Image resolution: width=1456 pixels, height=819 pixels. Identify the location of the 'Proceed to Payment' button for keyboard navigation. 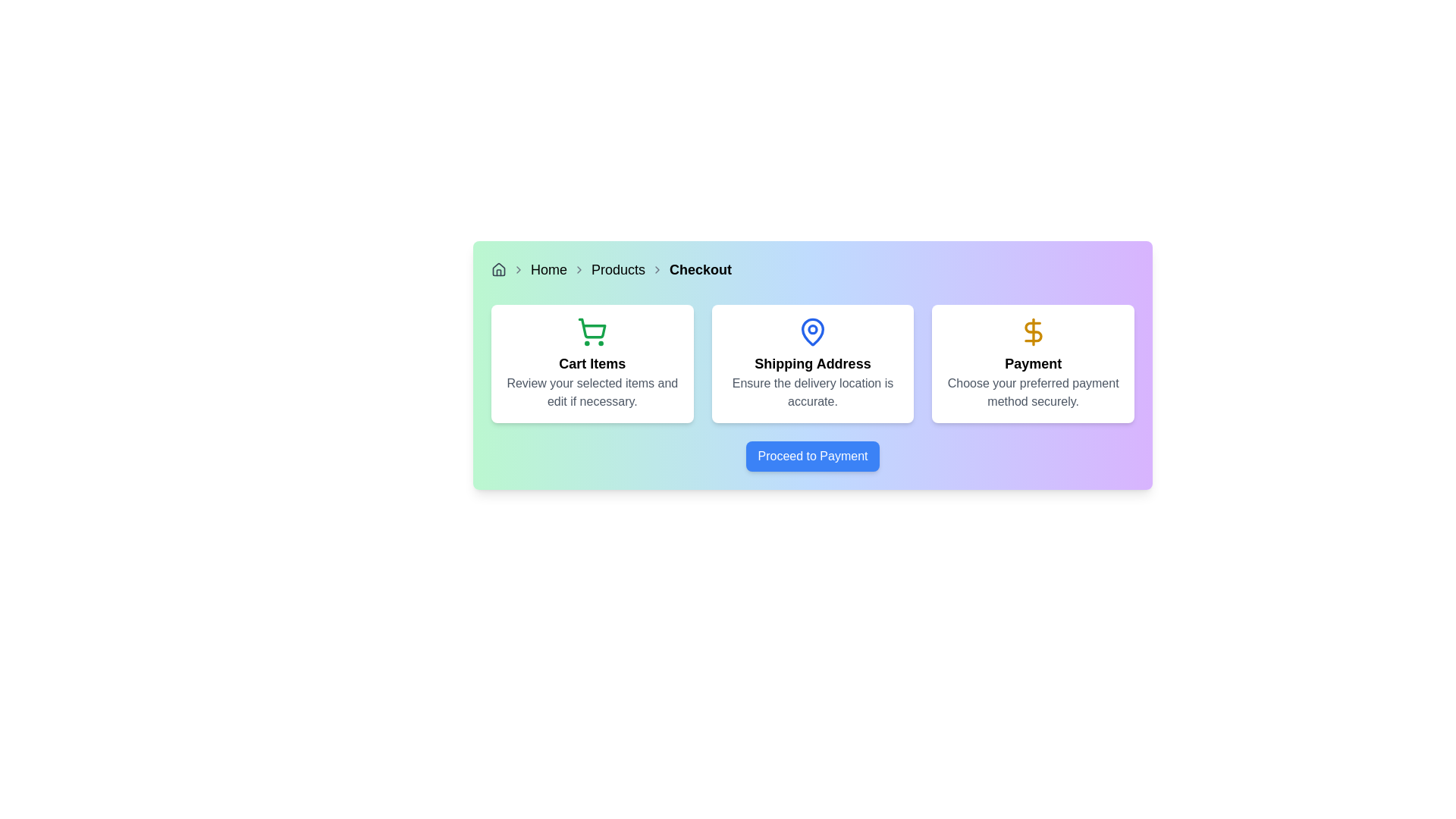
(811, 455).